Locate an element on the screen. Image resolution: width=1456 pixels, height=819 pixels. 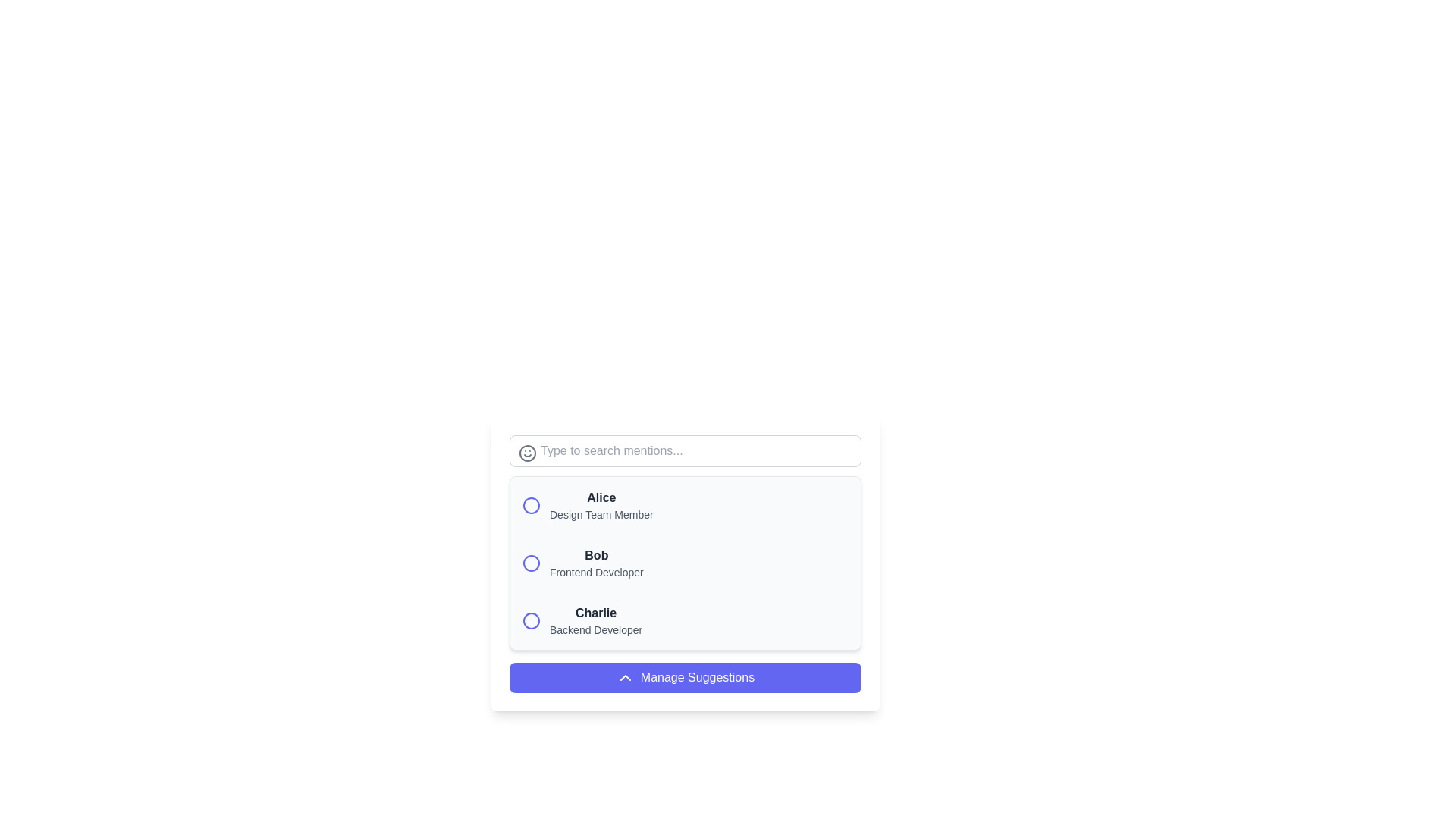
the indigo circular SVG element with a stroke, located next to the text block labeled 'Charlie, Backend Developer' in a vertical list is located at coordinates (531, 620).